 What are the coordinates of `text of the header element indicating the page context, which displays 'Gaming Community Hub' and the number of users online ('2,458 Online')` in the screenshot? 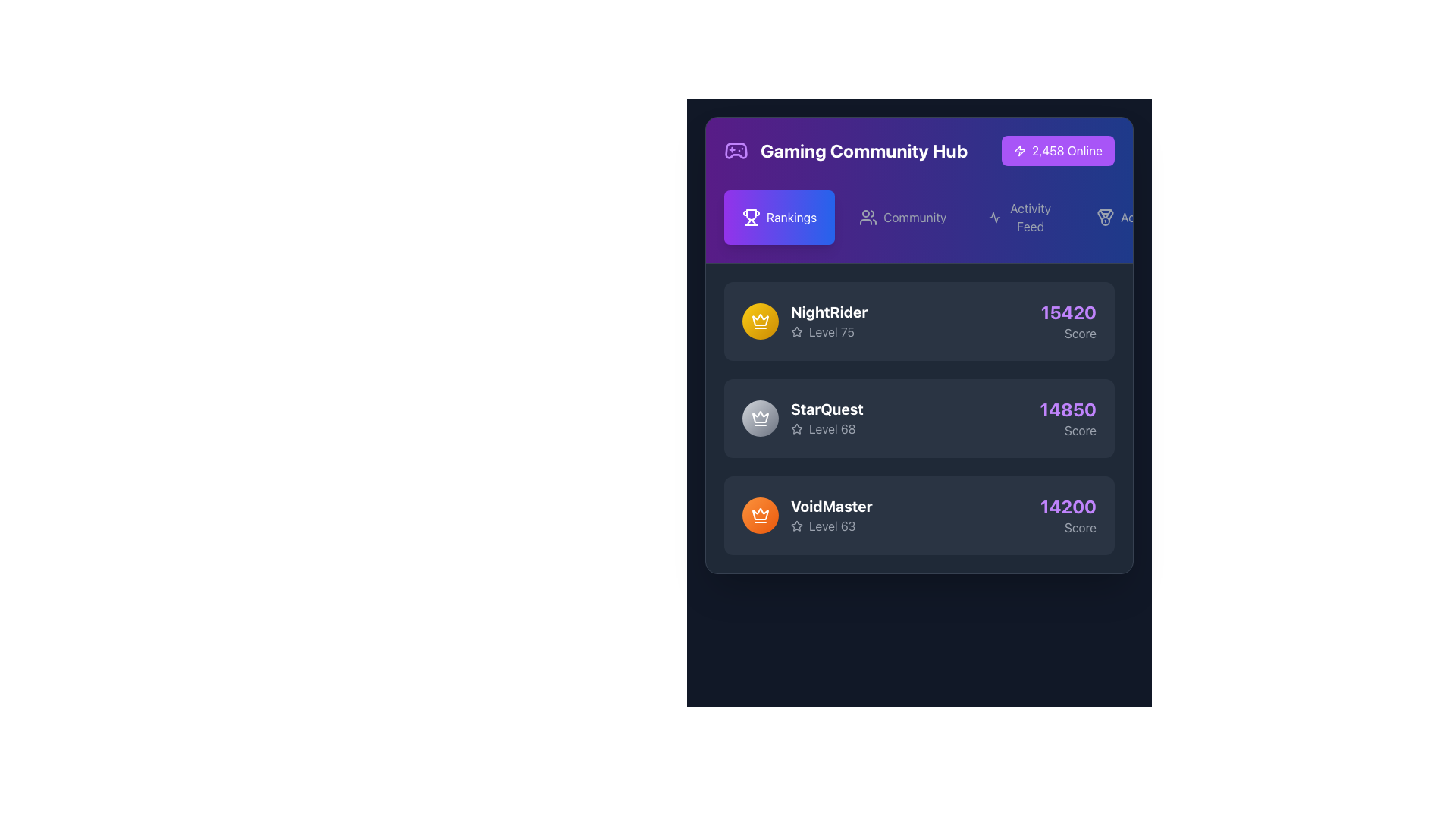 It's located at (918, 151).